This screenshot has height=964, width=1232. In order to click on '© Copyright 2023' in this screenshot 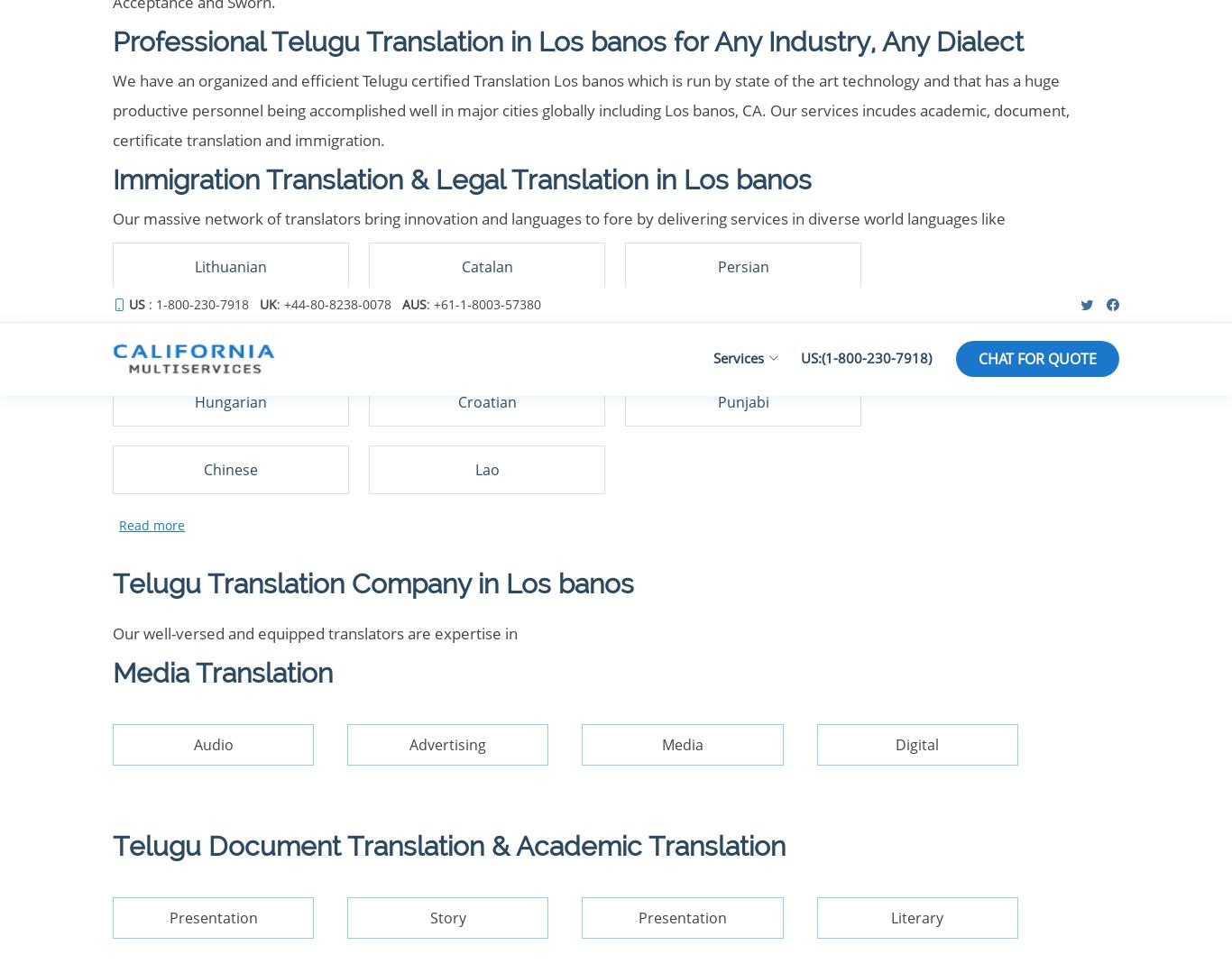, I will do `click(173, 610)`.